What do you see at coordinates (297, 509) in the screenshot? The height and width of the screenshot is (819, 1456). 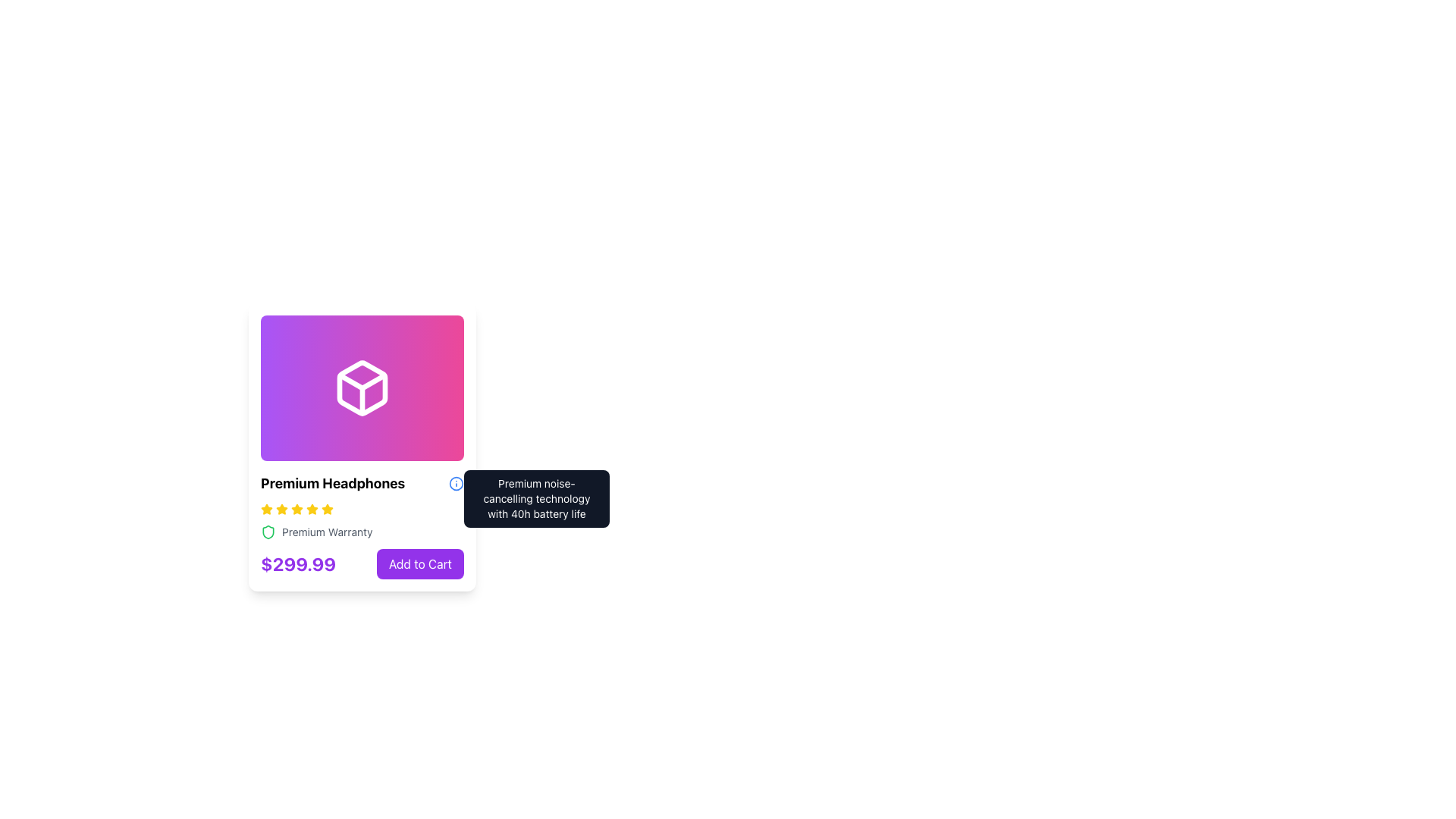 I see `the fourth yellow filled star icon in the rating system under the 'Premium Headphones' product title` at bounding box center [297, 509].